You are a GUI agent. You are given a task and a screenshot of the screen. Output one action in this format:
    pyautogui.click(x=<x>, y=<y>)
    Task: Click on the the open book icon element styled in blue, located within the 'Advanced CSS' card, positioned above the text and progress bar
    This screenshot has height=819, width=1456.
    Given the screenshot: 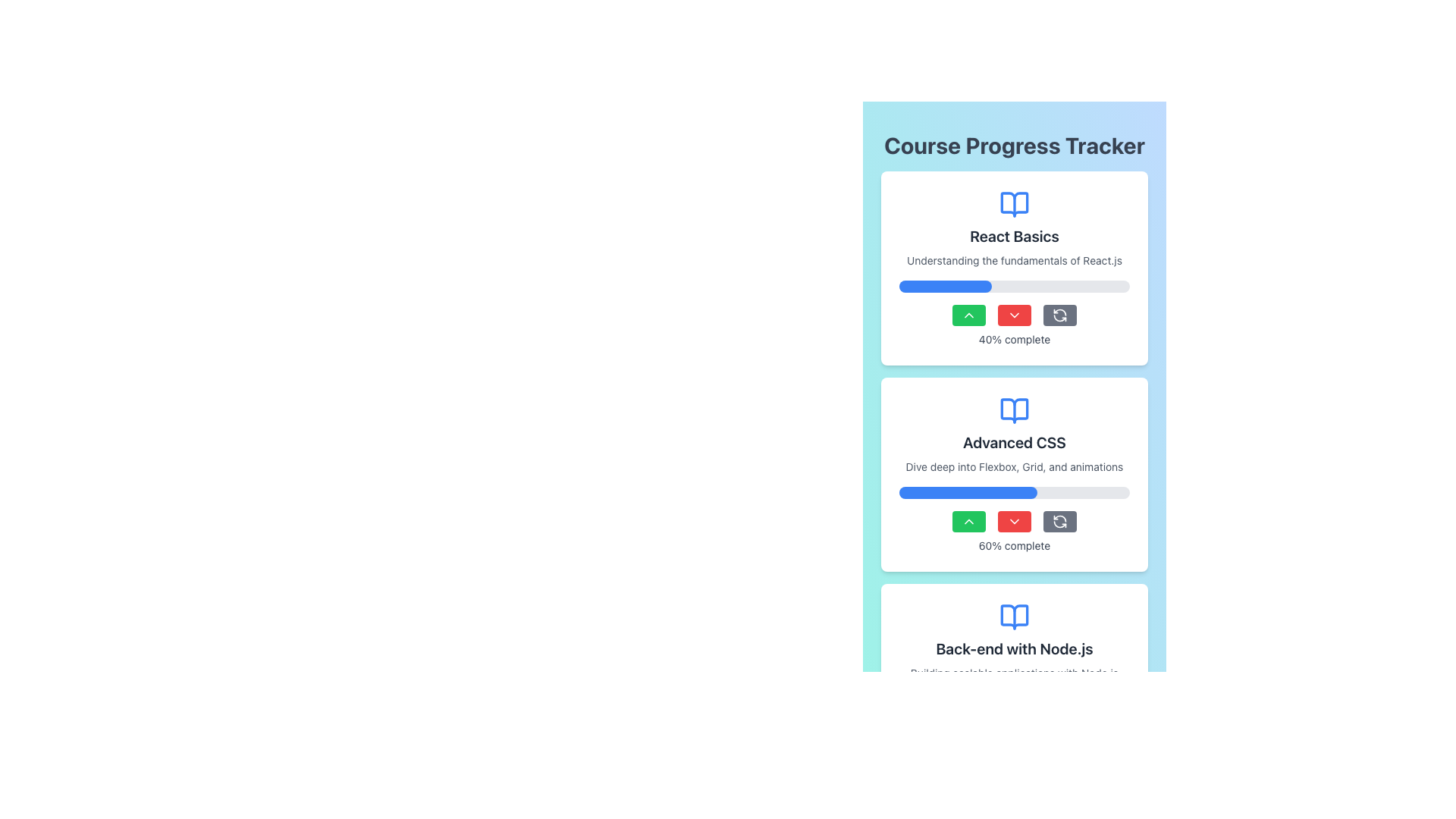 What is the action you would take?
    pyautogui.click(x=1015, y=411)
    